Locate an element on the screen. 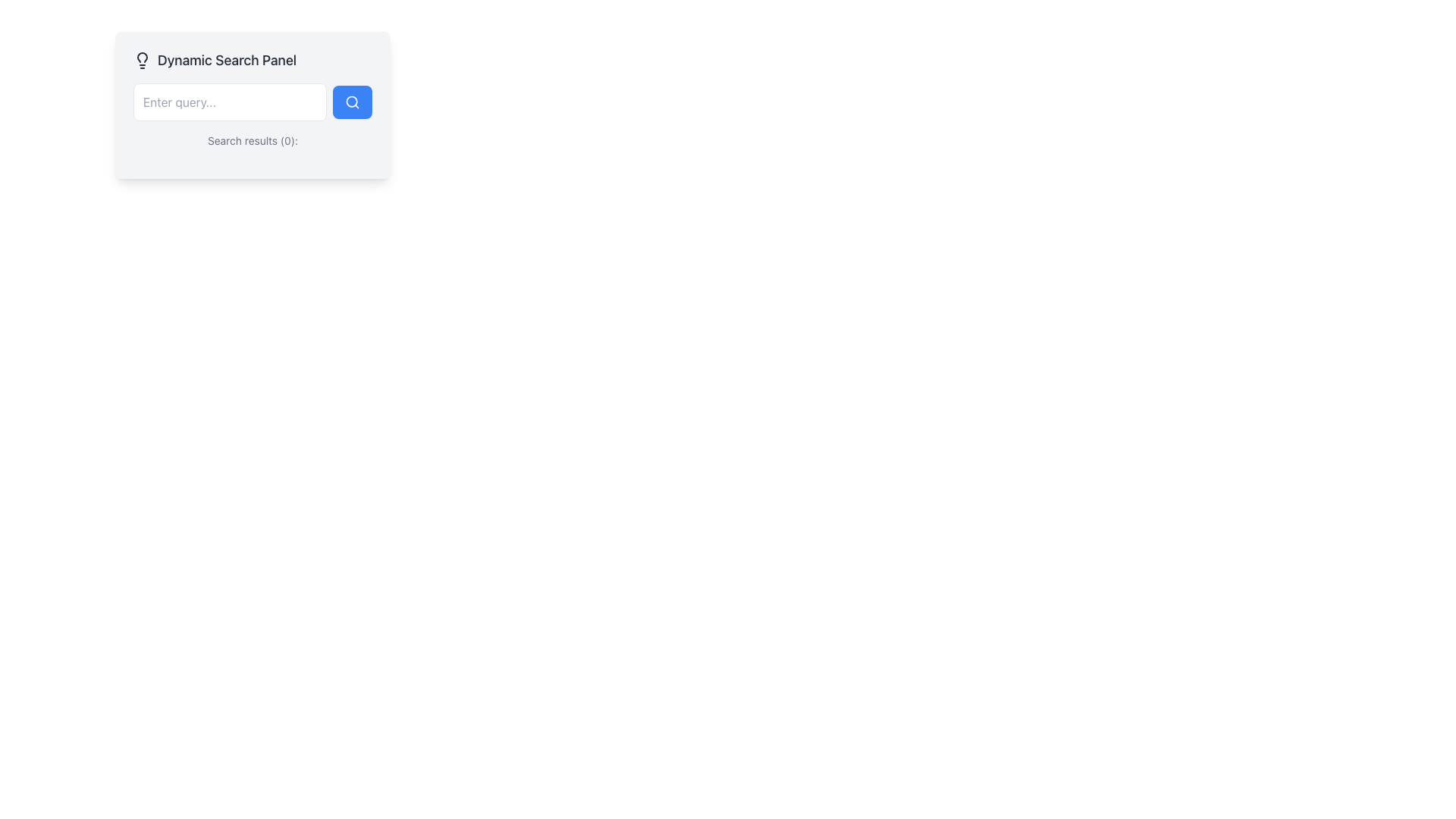 The image size is (1456, 819). the lightbulb icon located at the top left corner of the Dynamic Search Panel, which signifies the theme or purpose of the panel is located at coordinates (142, 60).